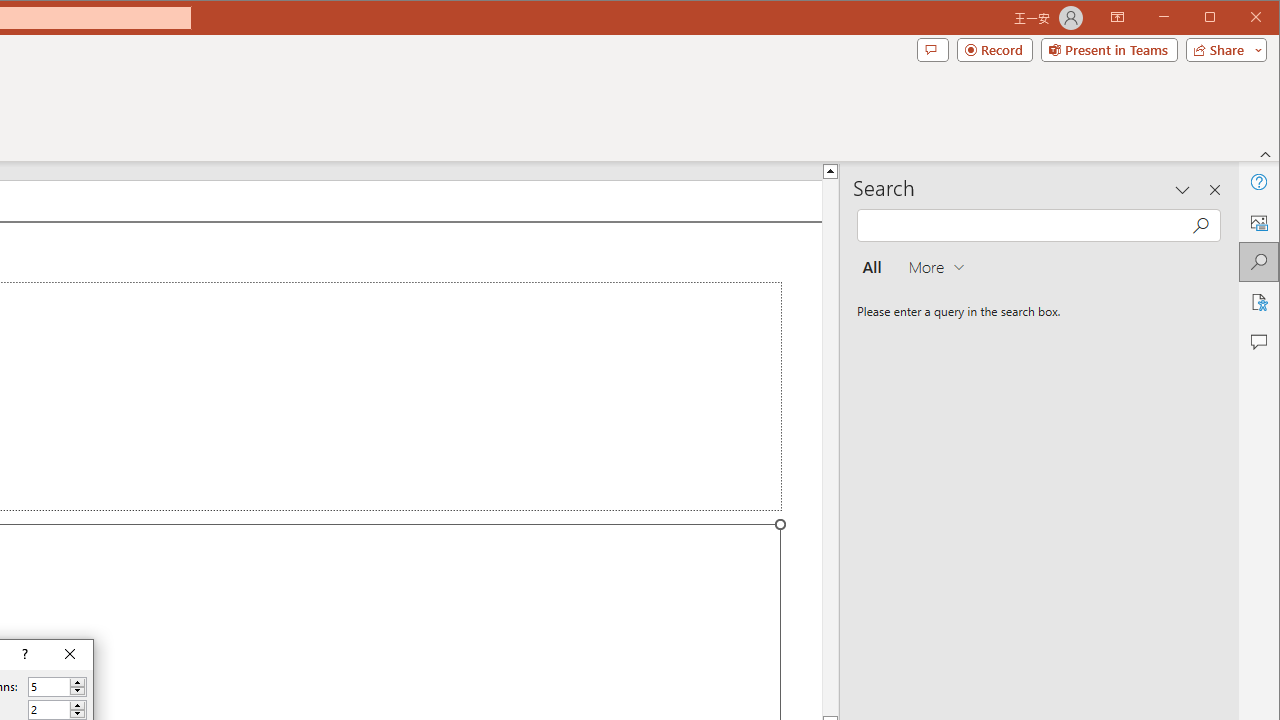 This screenshot has height=720, width=1280. What do you see at coordinates (49, 709) in the screenshot?
I see `'Number of rows'` at bounding box center [49, 709].